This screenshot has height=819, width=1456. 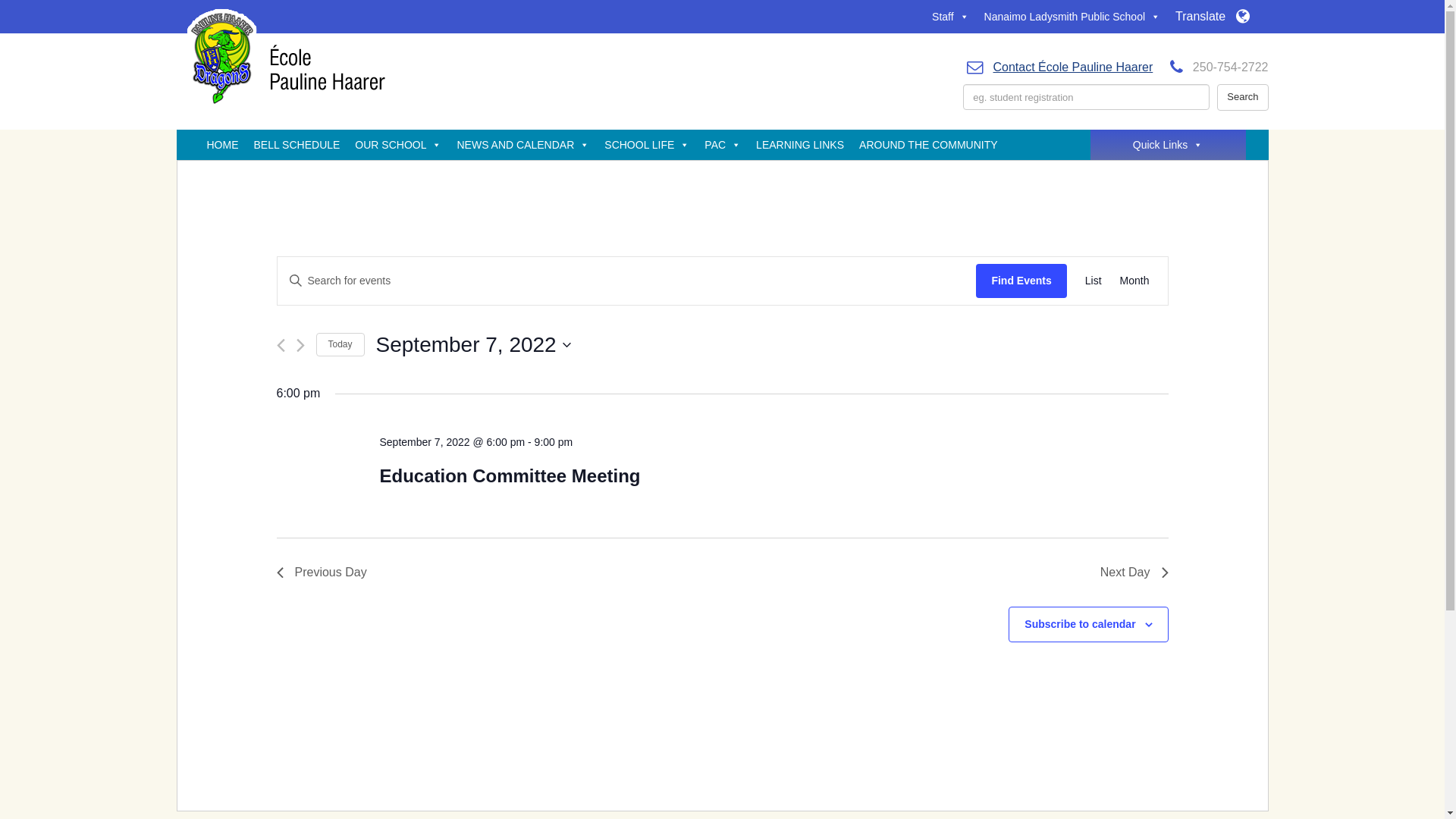 I want to click on 'Today', so click(x=338, y=344).